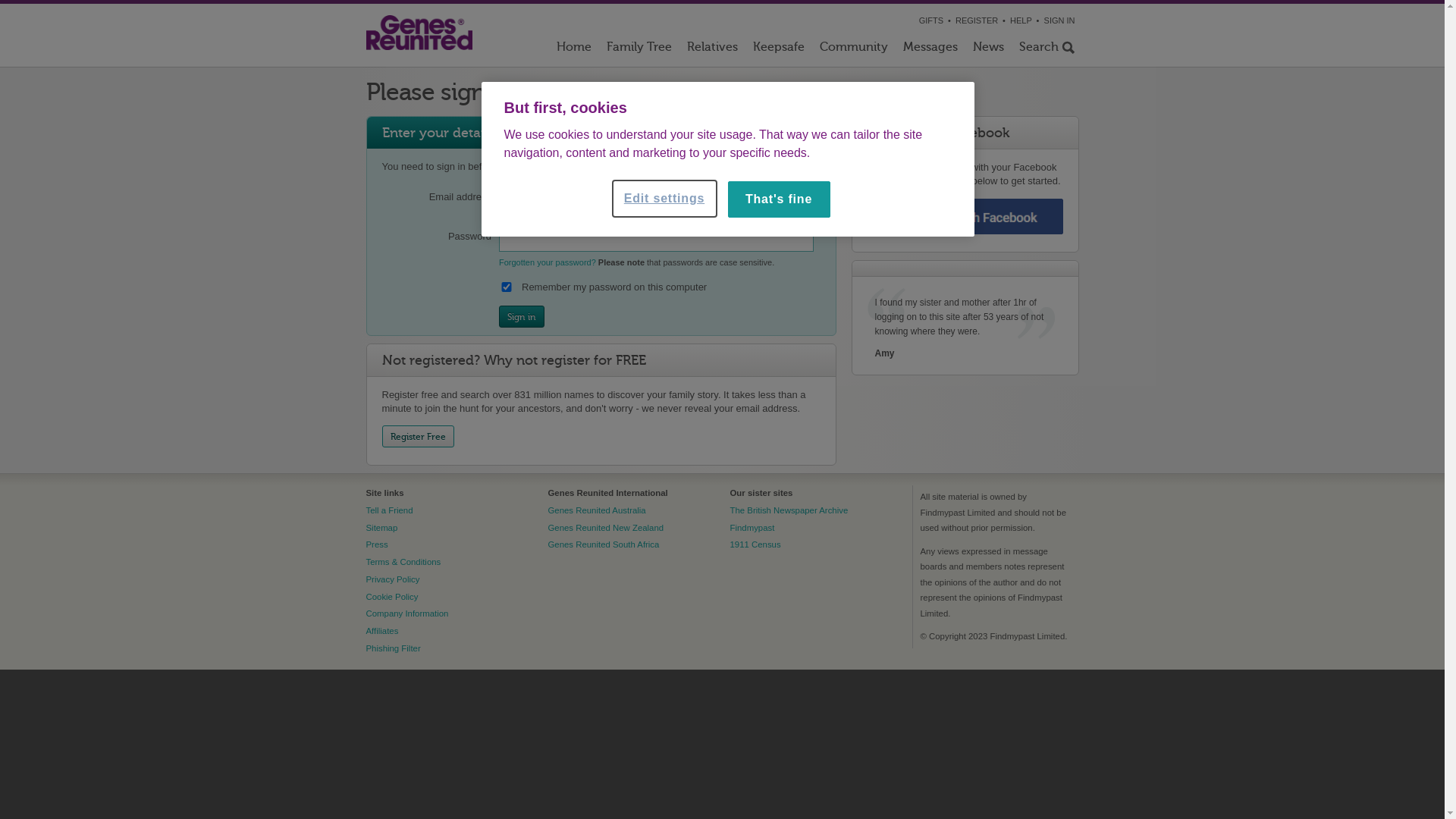  I want to click on 'HELP', so click(1021, 20).